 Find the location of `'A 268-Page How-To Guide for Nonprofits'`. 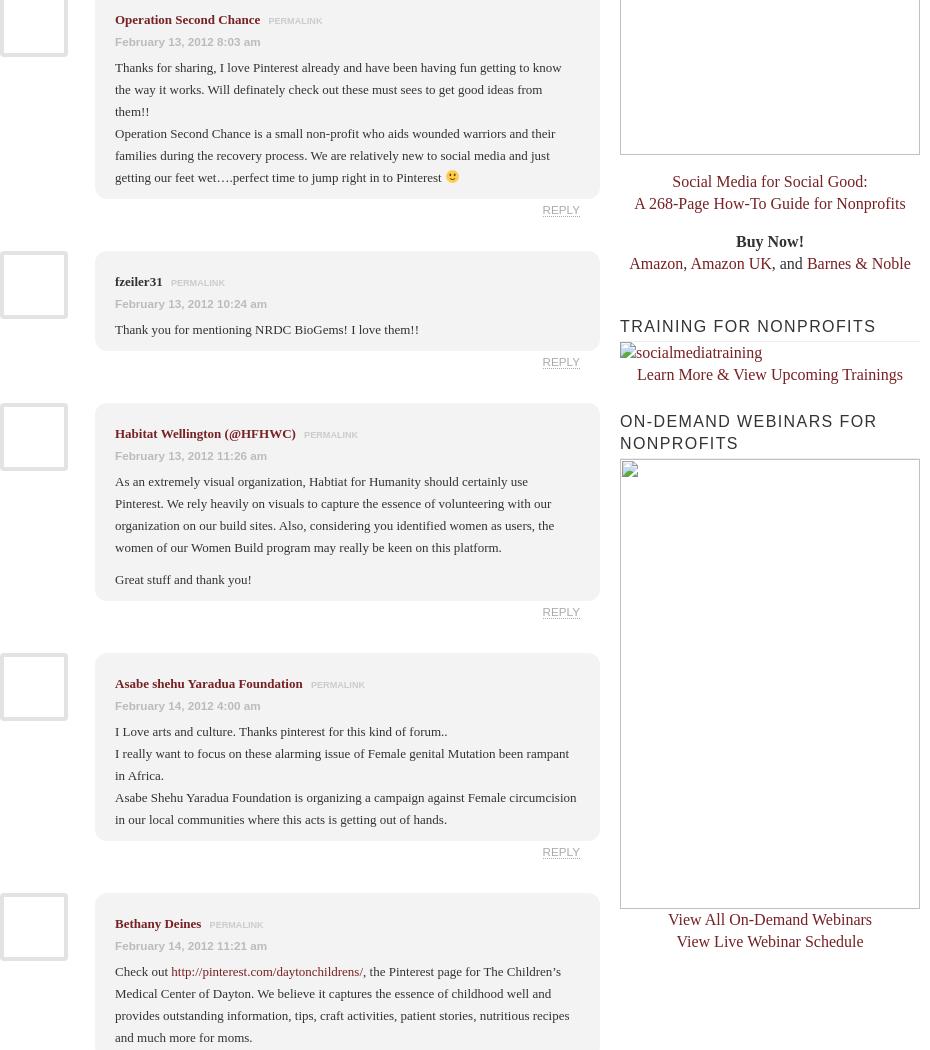

'A 268-Page How-To Guide for Nonprofits' is located at coordinates (632, 202).